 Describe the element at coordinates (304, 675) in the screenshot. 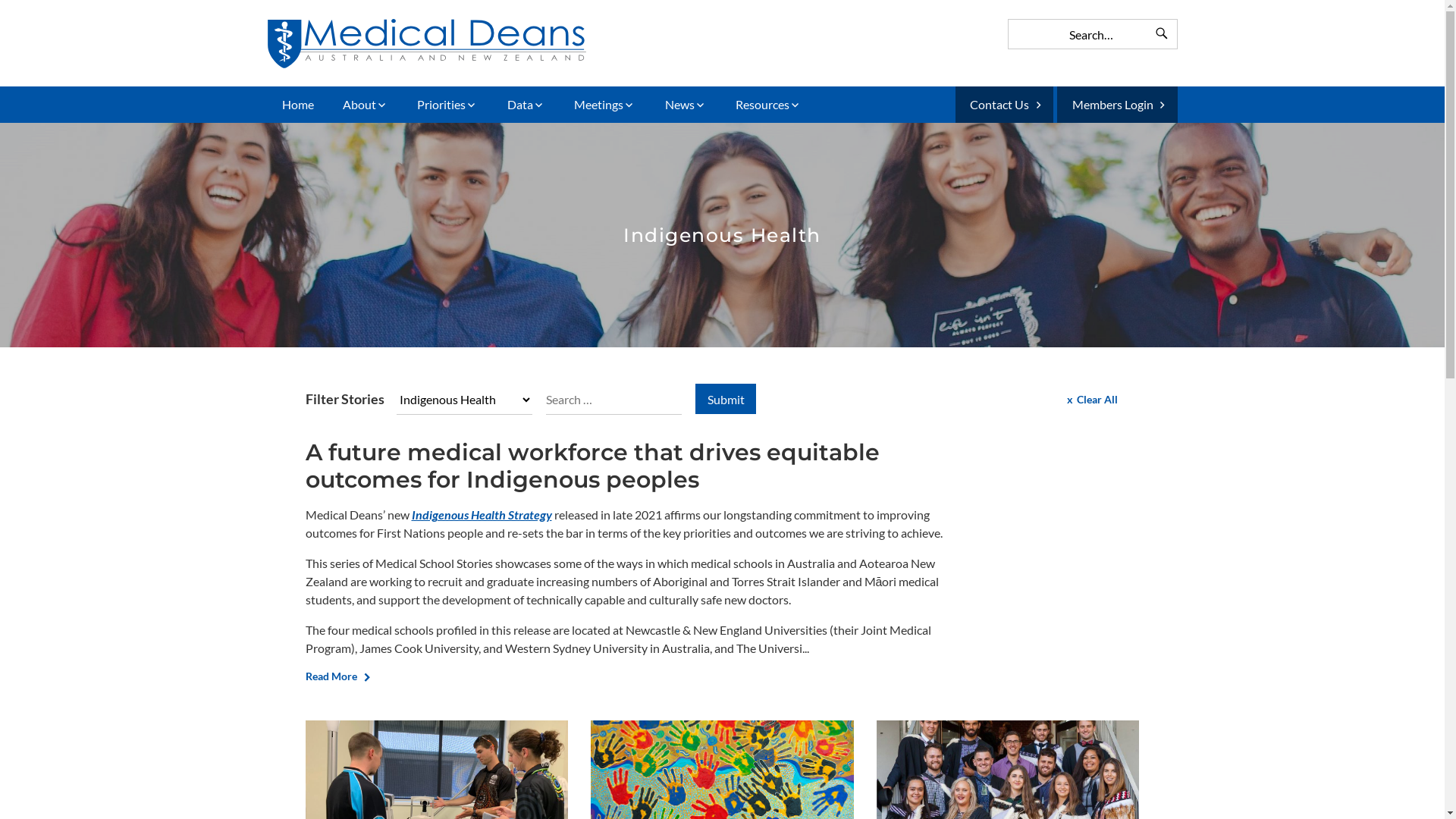

I see `'Read More'` at that location.